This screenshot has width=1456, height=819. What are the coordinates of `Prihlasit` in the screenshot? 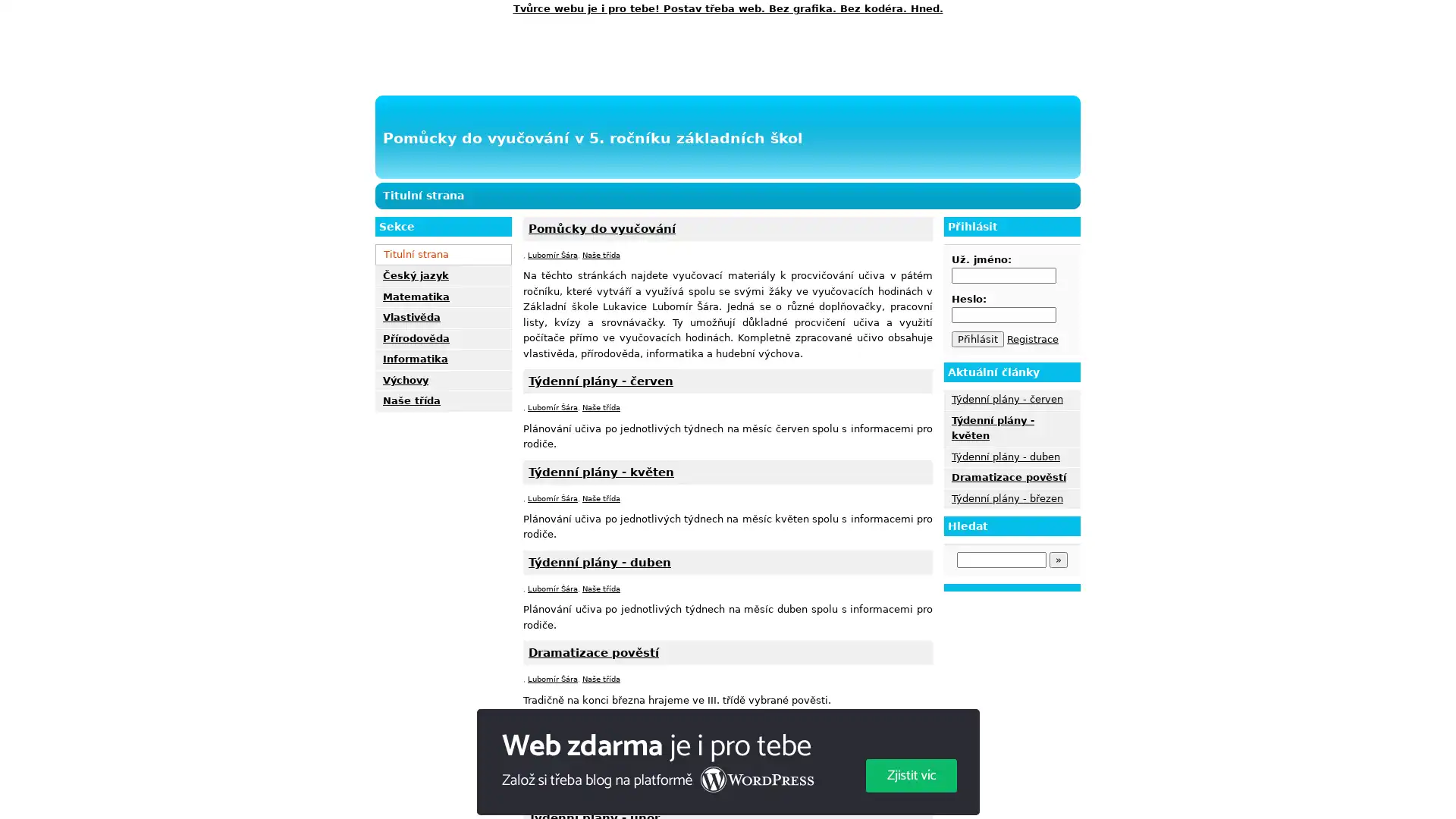 It's located at (977, 337).